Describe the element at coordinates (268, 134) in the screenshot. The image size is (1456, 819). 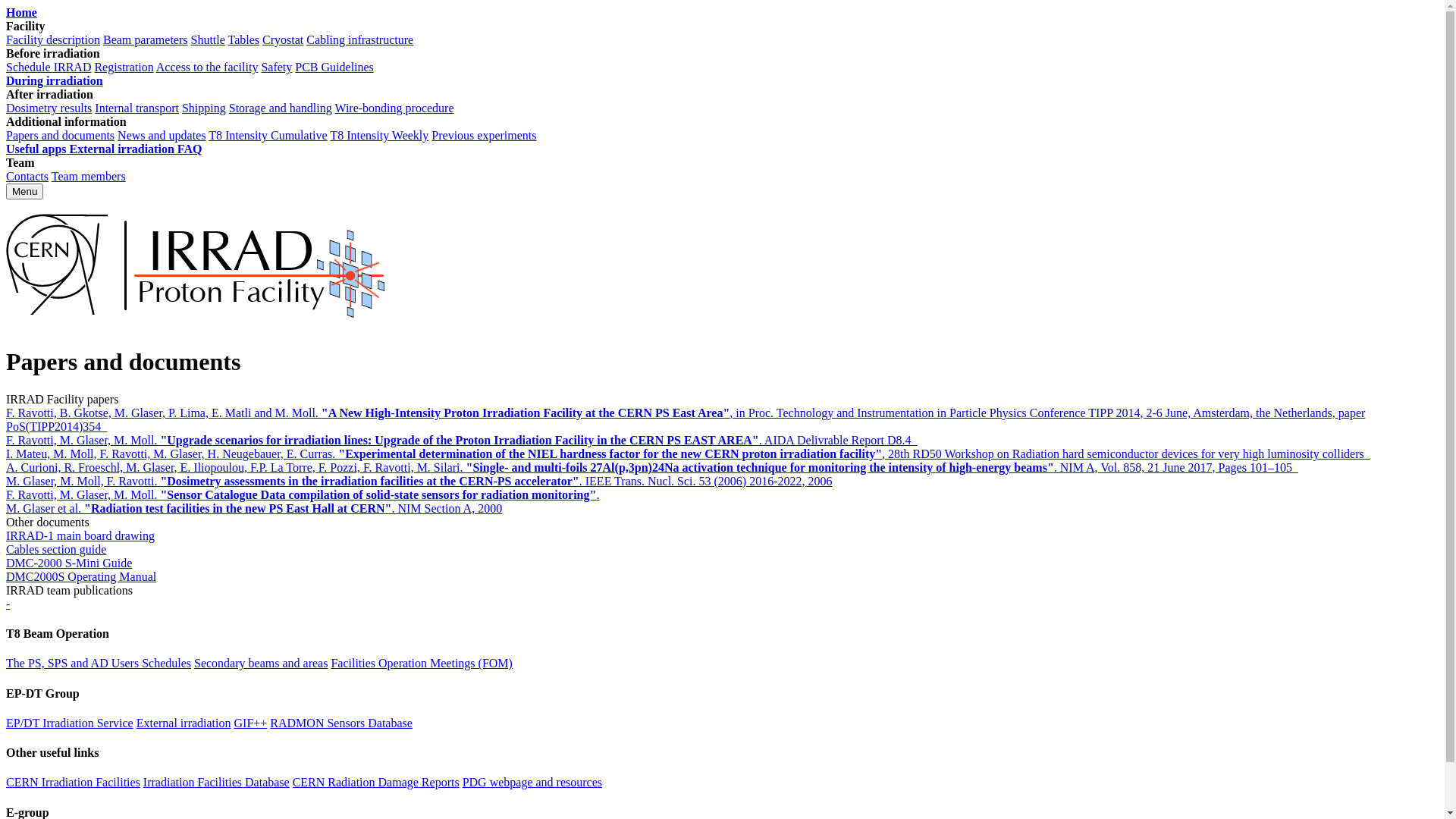
I see `'T8 Intensity Cumulative'` at that location.